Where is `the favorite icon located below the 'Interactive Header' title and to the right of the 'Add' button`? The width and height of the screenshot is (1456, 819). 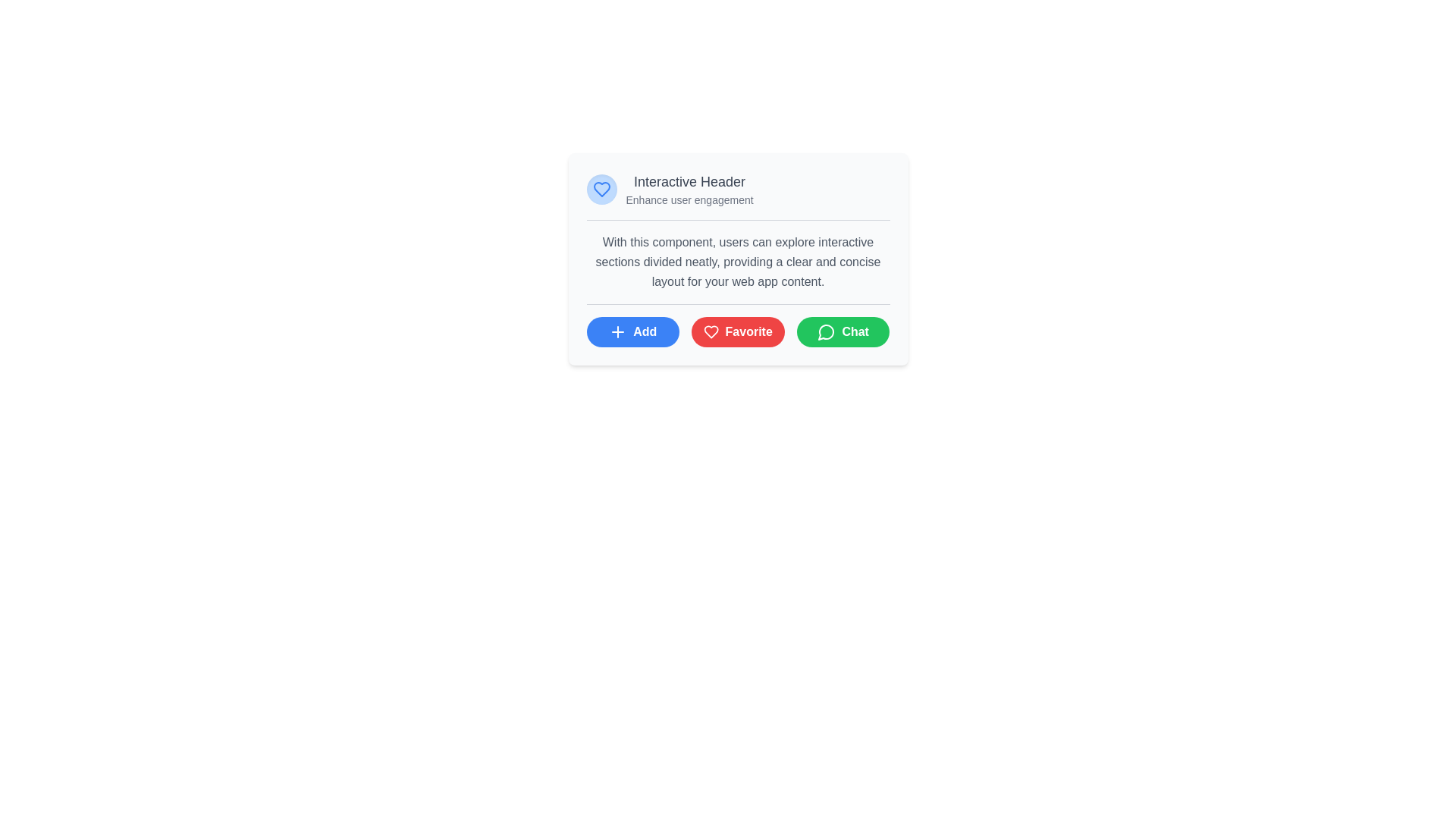 the favorite icon located below the 'Interactive Header' title and to the right of the 'Add' button is located at coordinates (711, 331).